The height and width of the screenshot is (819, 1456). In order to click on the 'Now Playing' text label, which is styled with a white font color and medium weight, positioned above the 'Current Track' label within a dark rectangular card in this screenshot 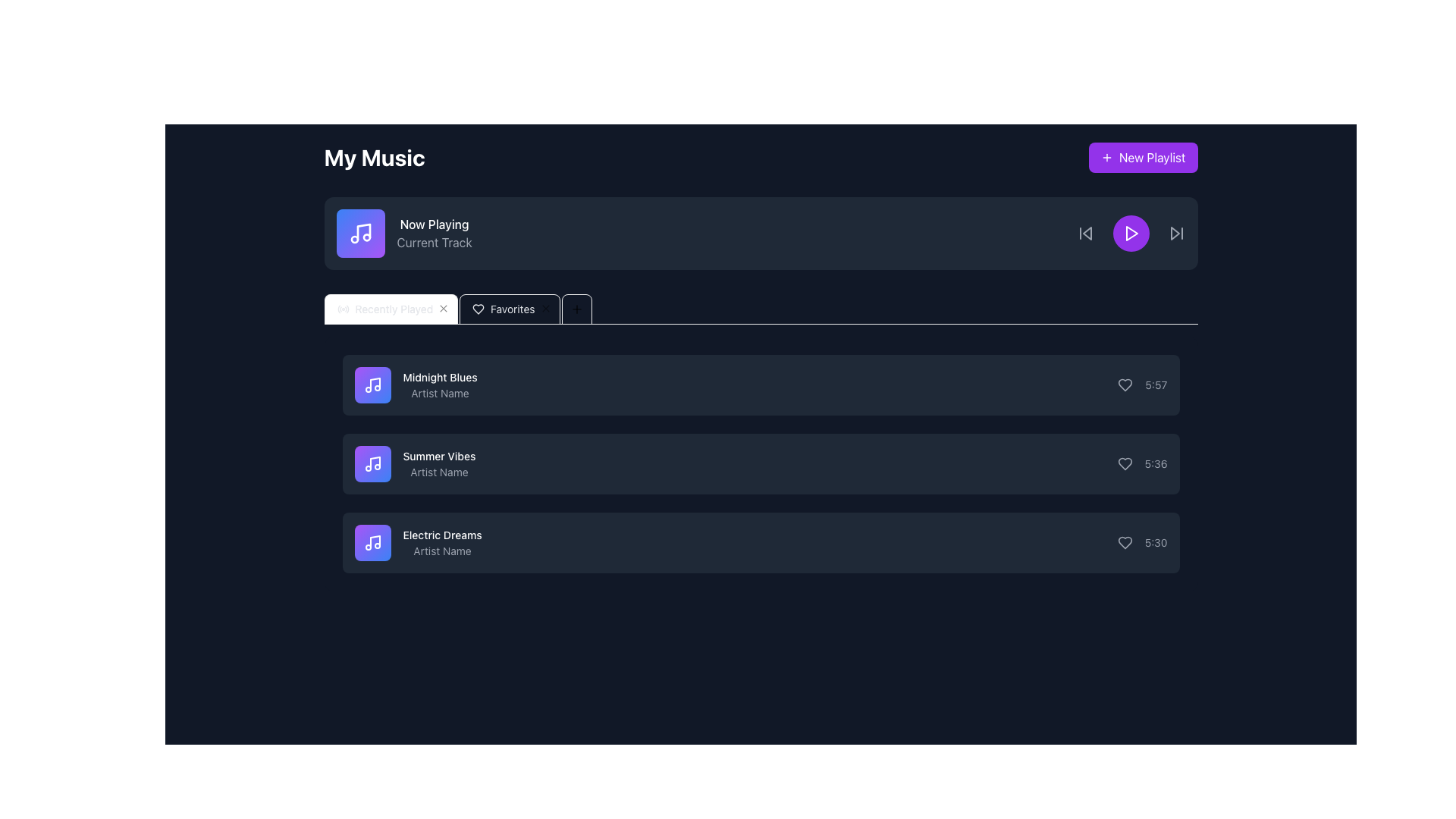, I will do `click(434, 224)`.